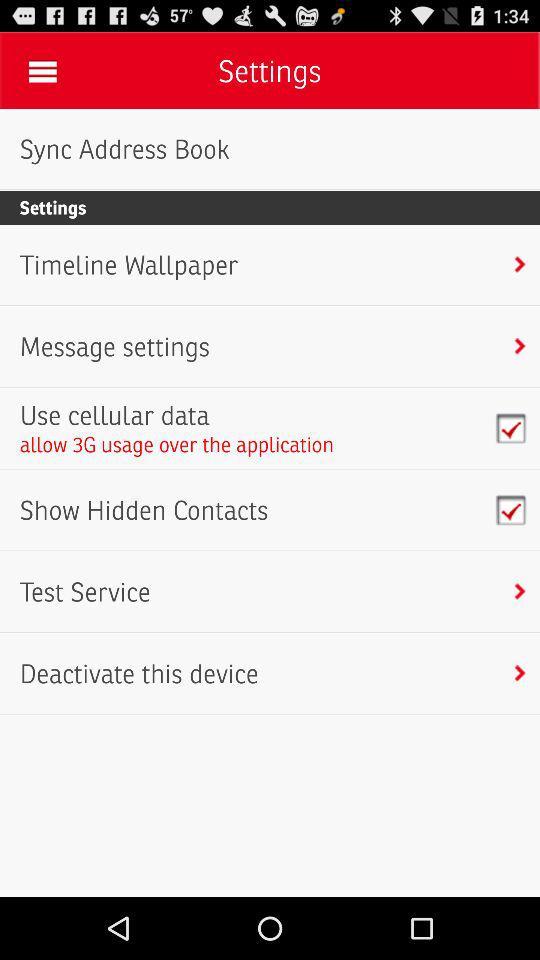  What do you see at coordinates (124, 148) in the screenshot?
I see `sync address book icon` at bounding box center [124, 148].